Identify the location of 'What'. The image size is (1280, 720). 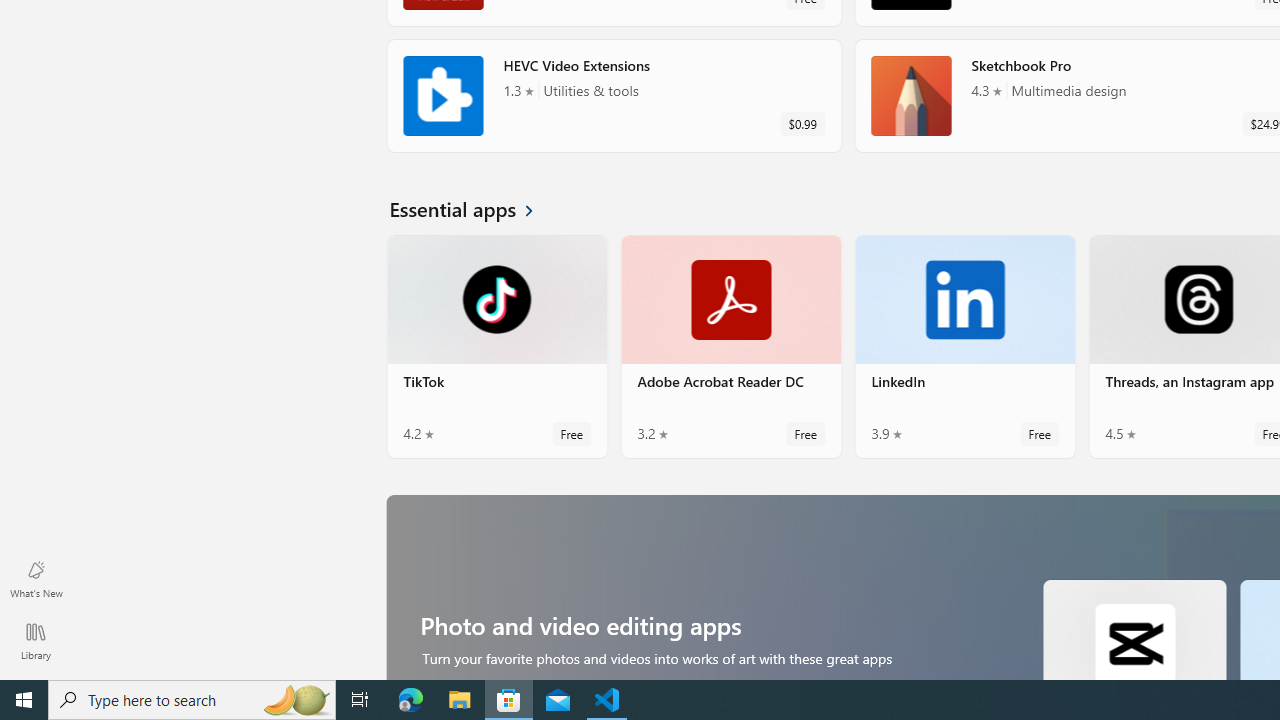
(35, 578).